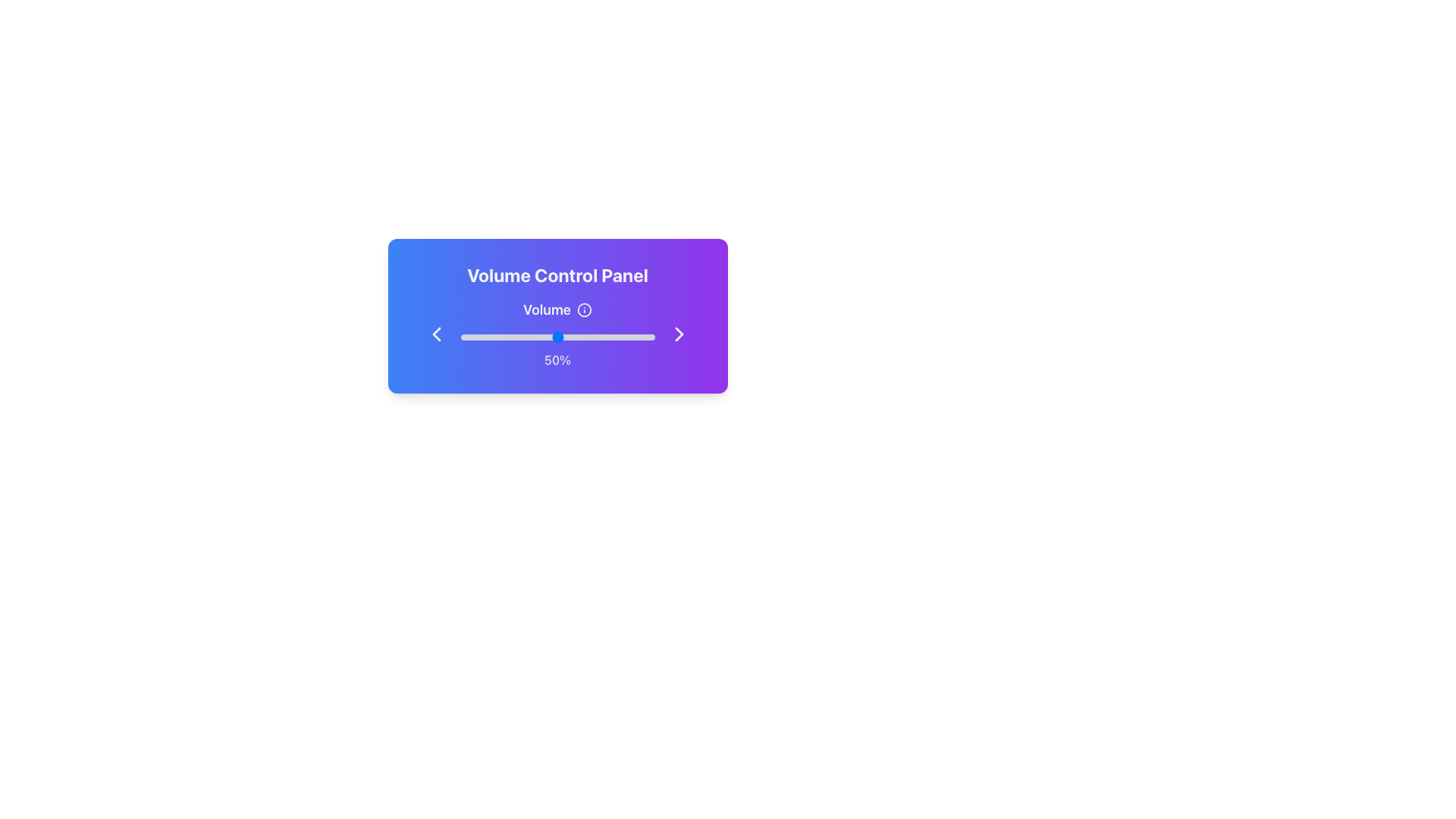  I want to click on the text label displaying '50%' located beneath the horizontal slider in the Volume Control Panel, so click(557, 359).